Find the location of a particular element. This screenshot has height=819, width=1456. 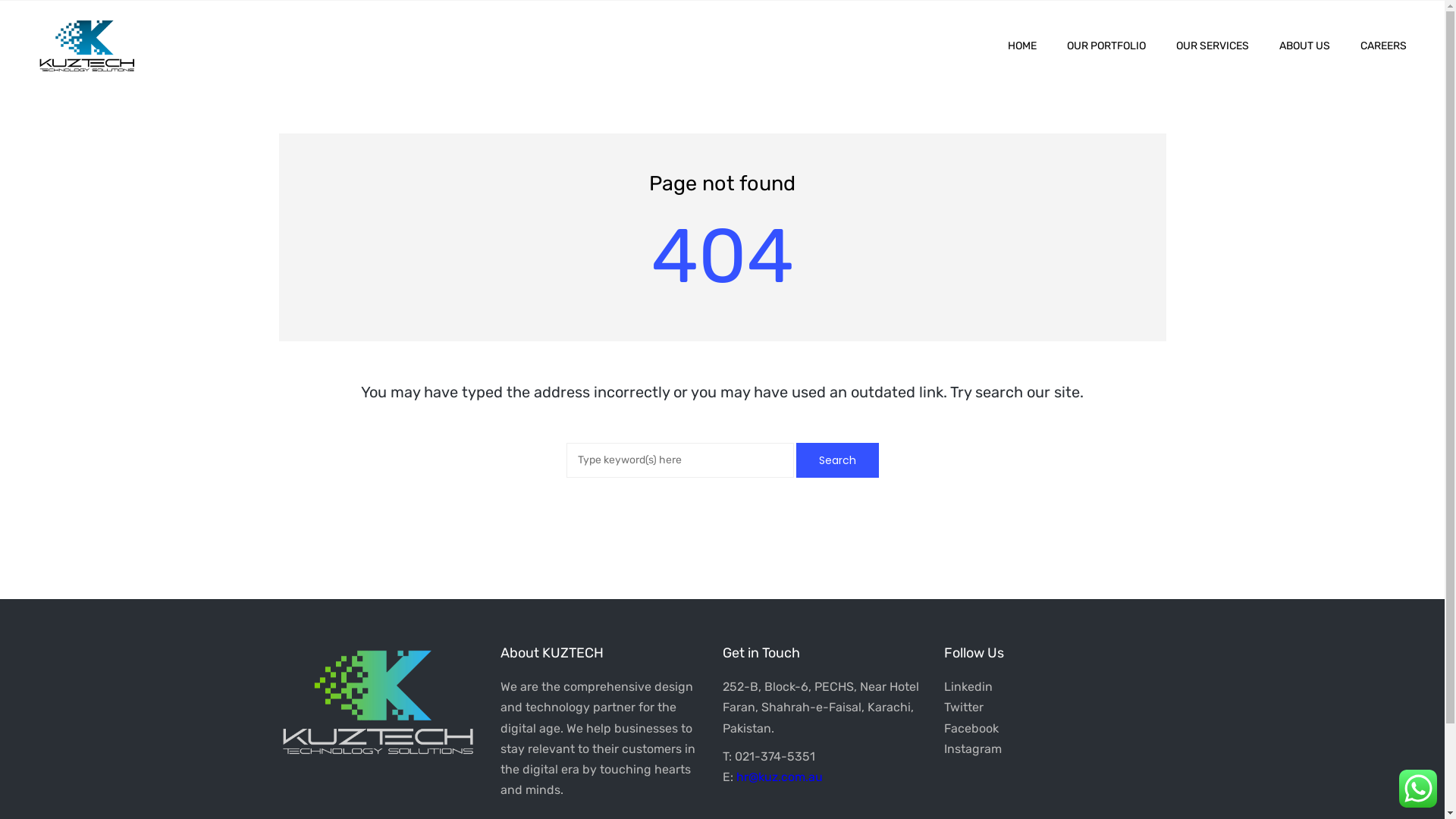

'Search' is located at coordinates (836, 459).